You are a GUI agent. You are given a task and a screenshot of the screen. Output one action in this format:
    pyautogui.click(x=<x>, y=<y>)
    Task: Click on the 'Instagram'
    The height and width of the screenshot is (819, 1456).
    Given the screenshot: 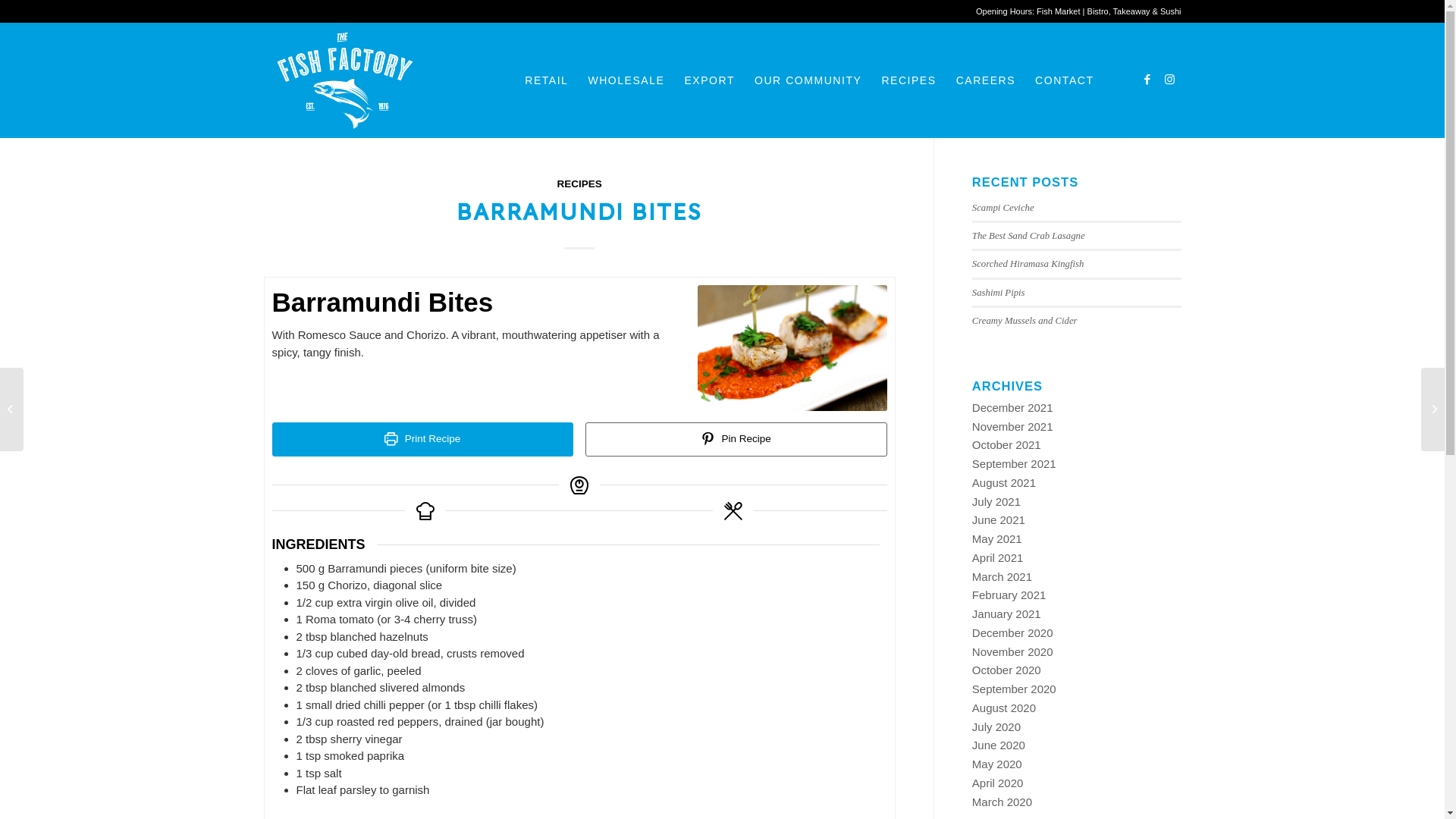 What is the action you would take?
    pyautogui.click(x=1169, y=79)
    